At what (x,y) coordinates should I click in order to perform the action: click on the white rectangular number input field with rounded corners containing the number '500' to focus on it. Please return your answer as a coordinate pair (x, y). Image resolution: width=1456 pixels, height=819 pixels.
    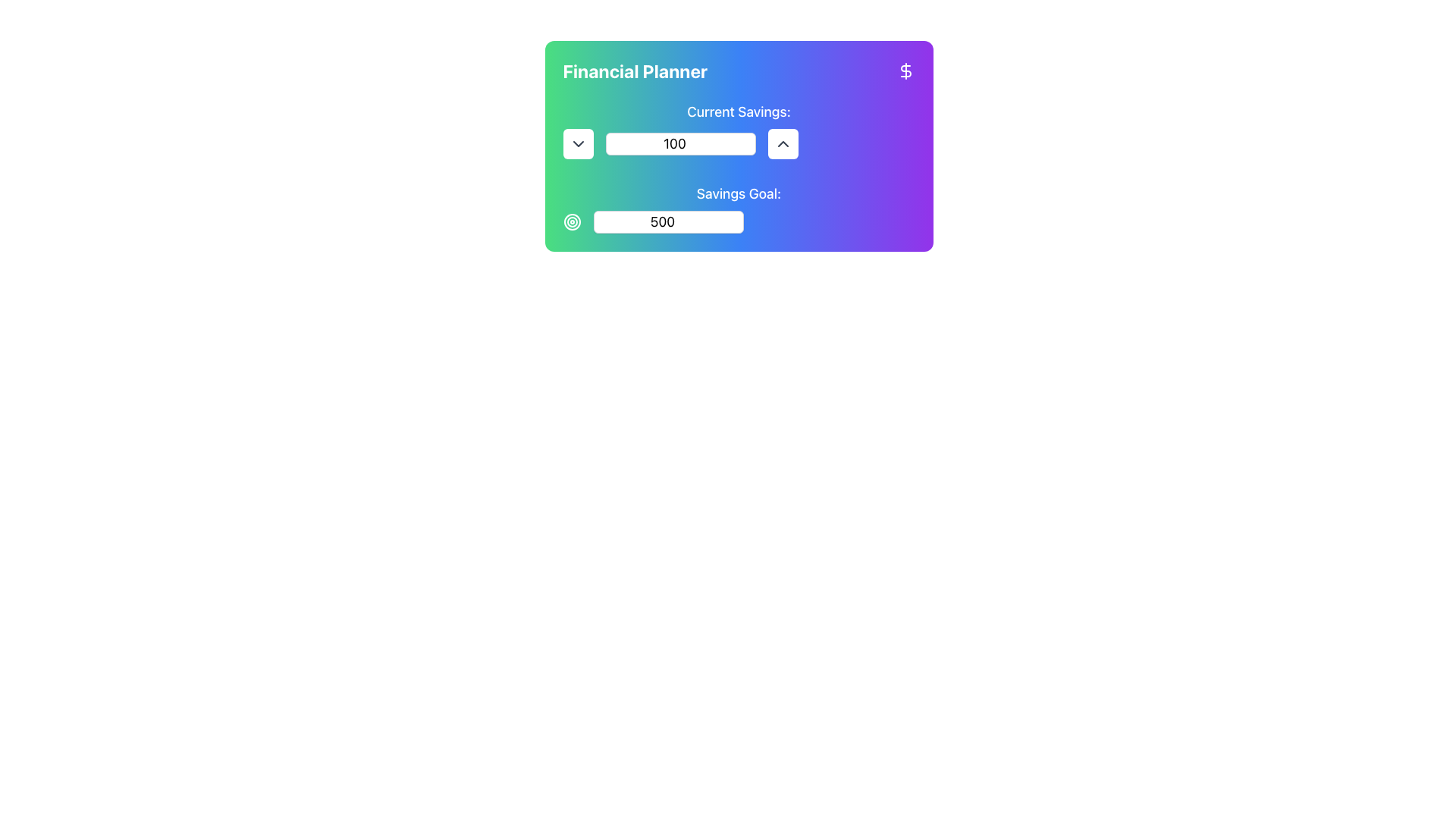
    Looking at the image, I should click on (667, 222).